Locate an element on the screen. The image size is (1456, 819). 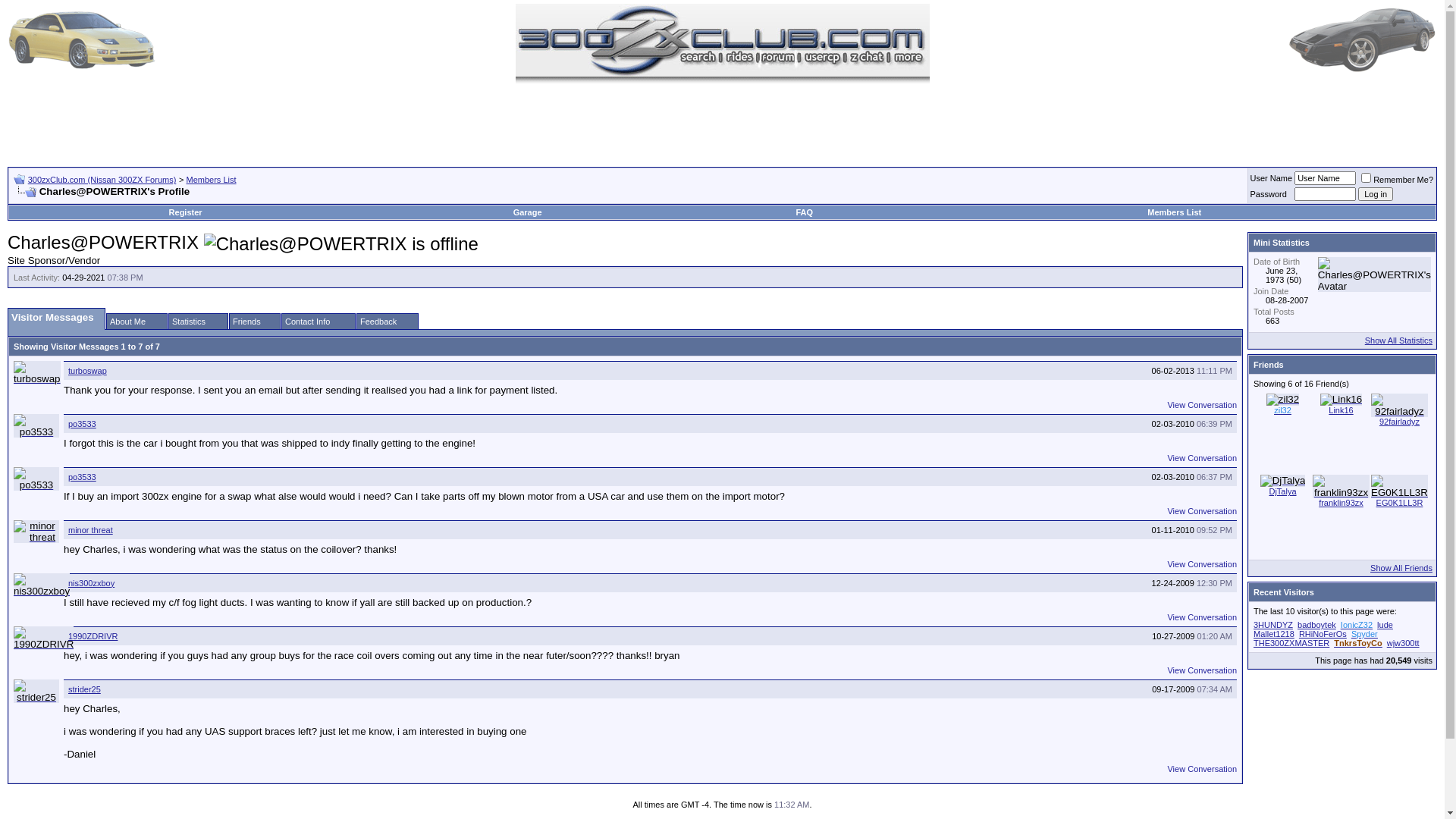
'Spyder' is located at coordinates (1364, 634).